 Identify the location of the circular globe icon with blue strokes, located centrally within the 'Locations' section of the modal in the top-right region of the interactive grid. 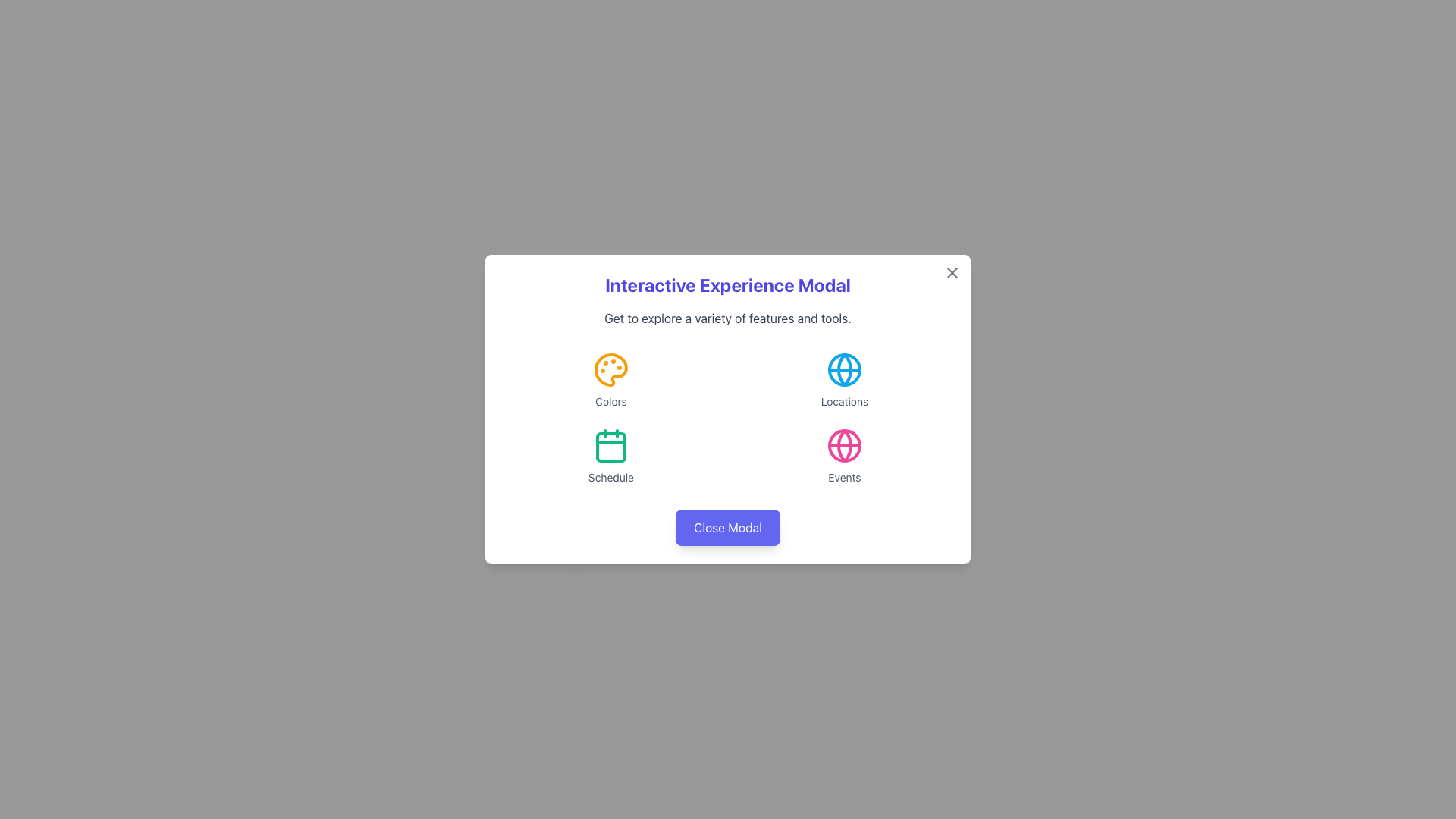
(843, 370).